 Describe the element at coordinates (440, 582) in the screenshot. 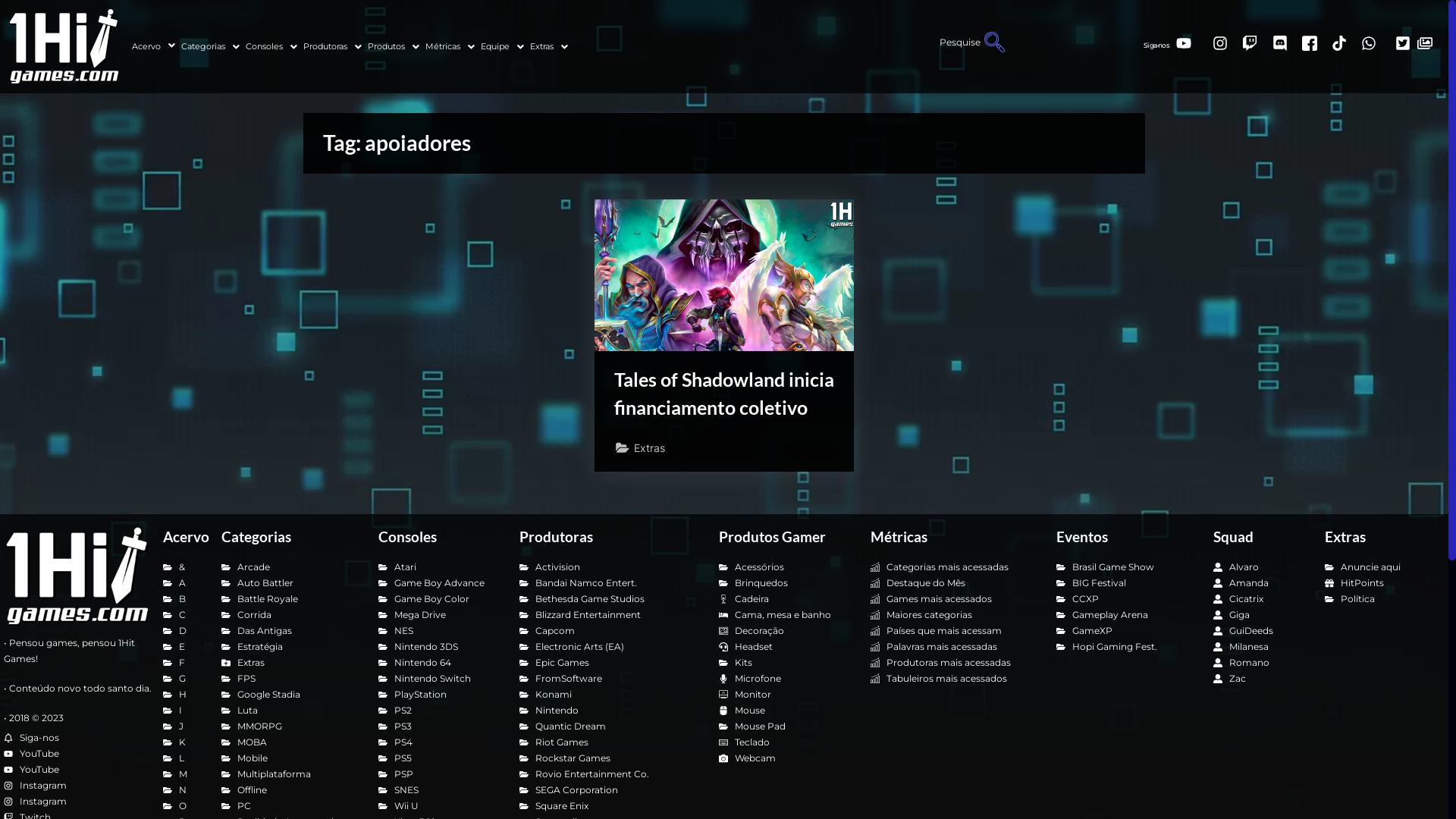

I see `'Game Boy Advance'` at that location.